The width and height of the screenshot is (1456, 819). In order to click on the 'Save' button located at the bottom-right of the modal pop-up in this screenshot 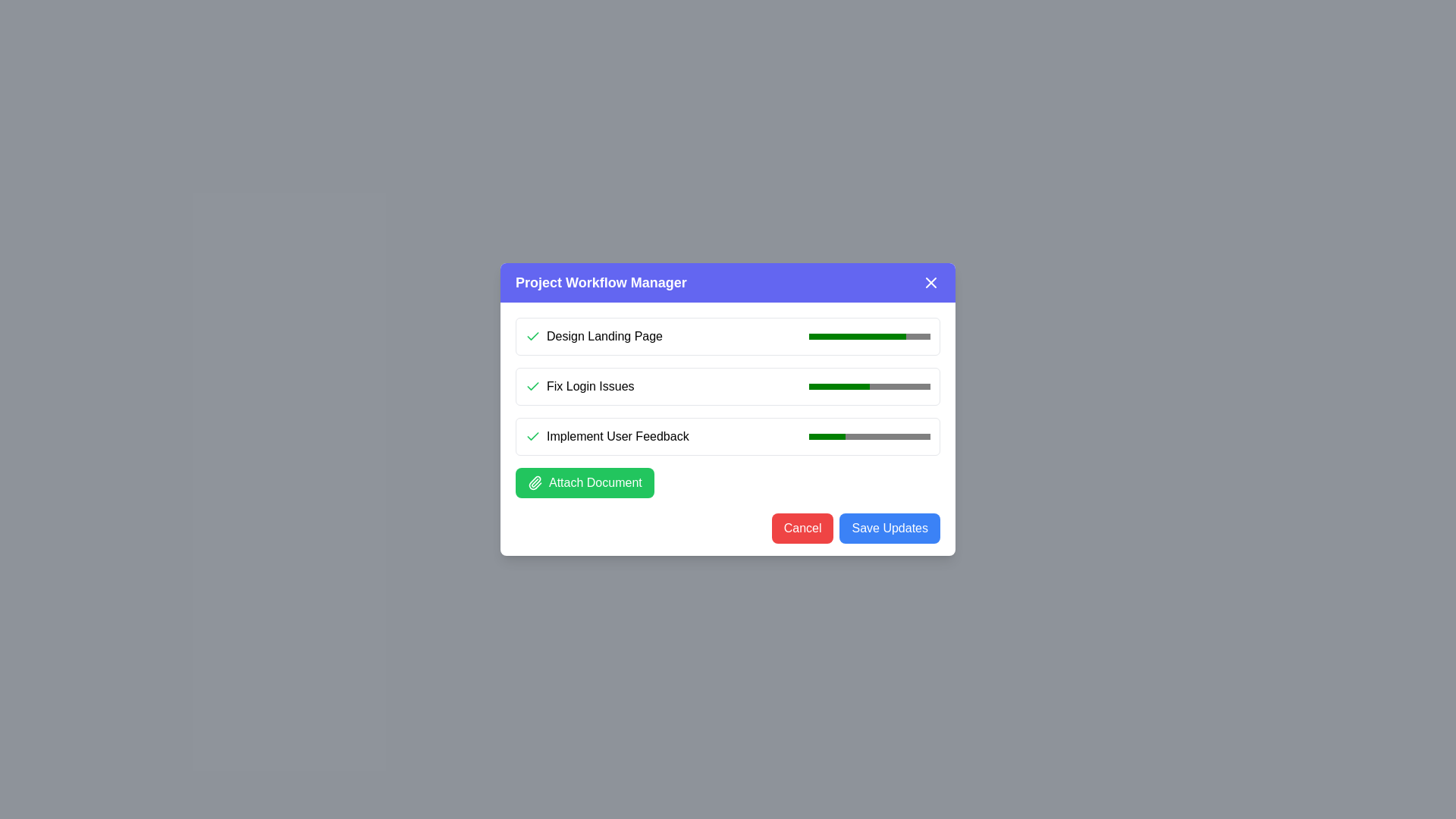, I will do `click(890, 528)`.